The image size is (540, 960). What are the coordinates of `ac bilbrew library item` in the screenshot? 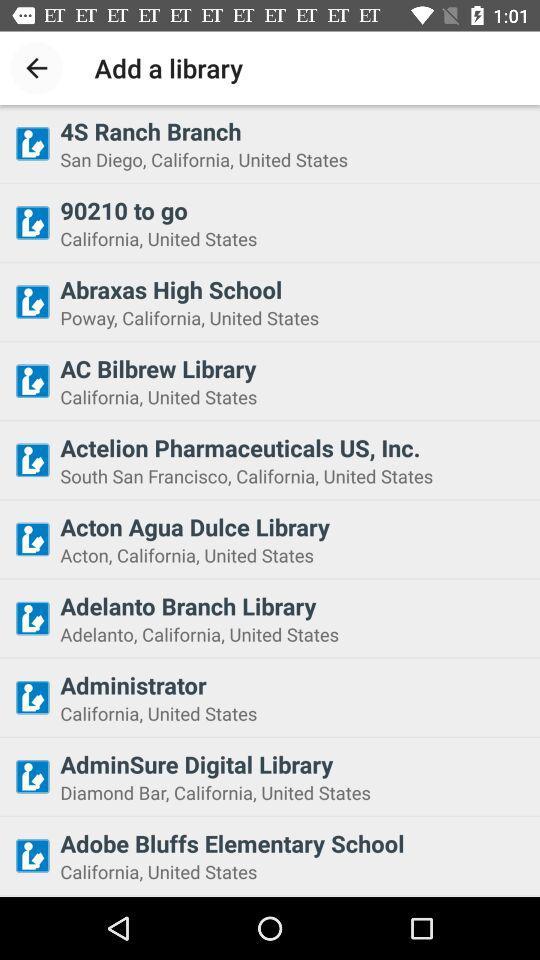 It's located at (293, 367).